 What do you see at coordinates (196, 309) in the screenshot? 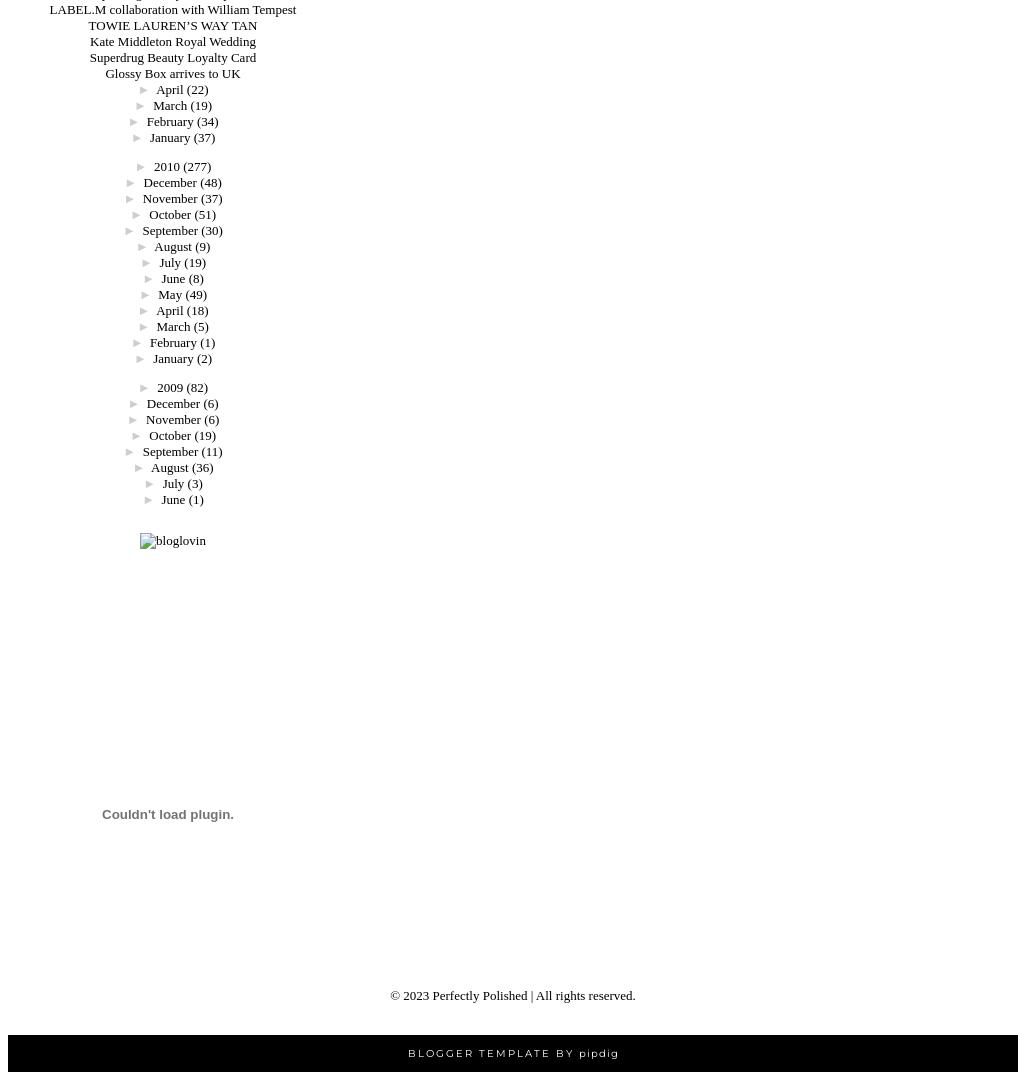
I see `'(18)'` at bounding box center [196, 309].